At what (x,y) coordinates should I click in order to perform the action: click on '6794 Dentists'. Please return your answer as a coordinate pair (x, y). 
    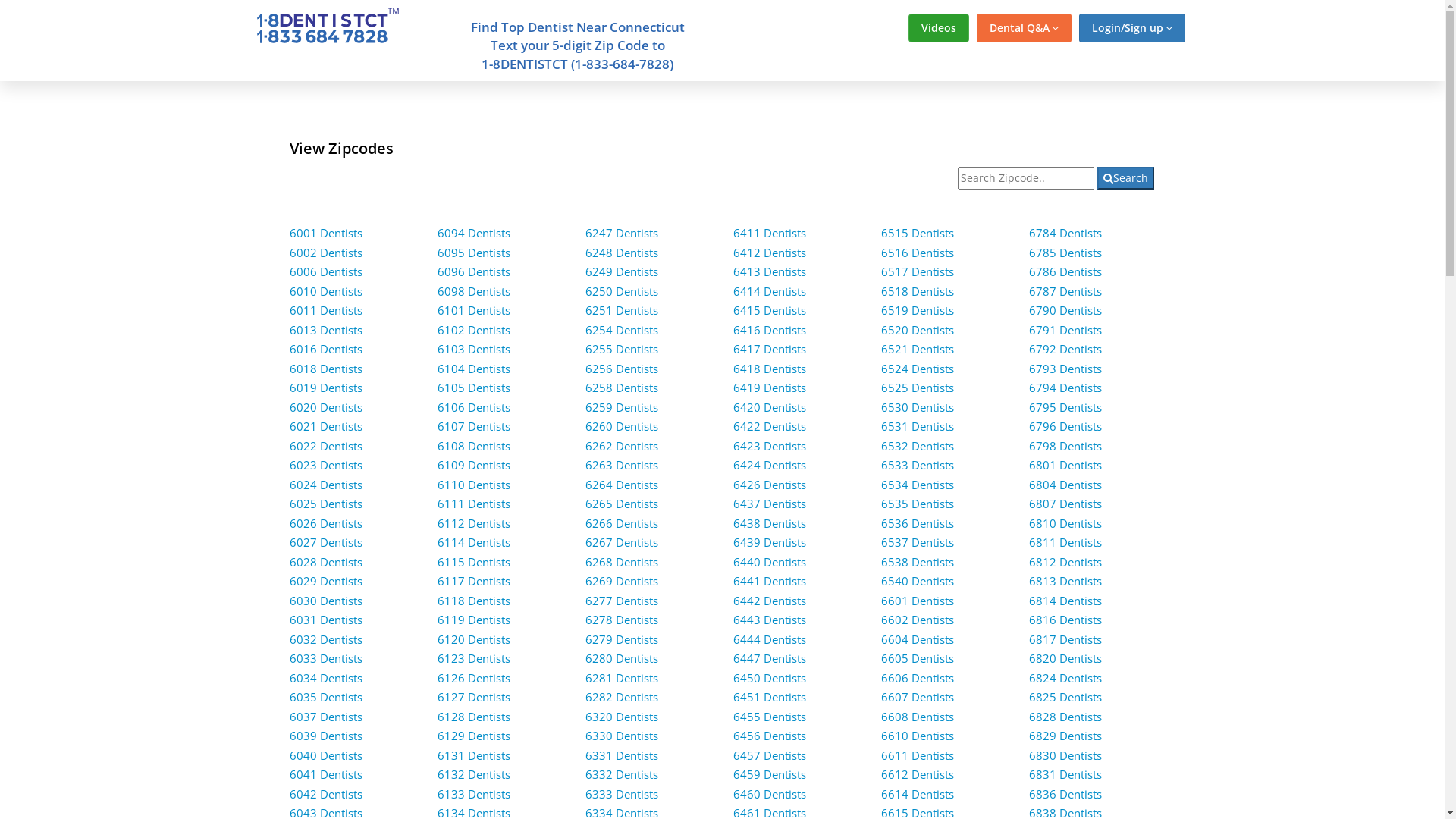
    Looking at the image, I should click on (1065, 386).